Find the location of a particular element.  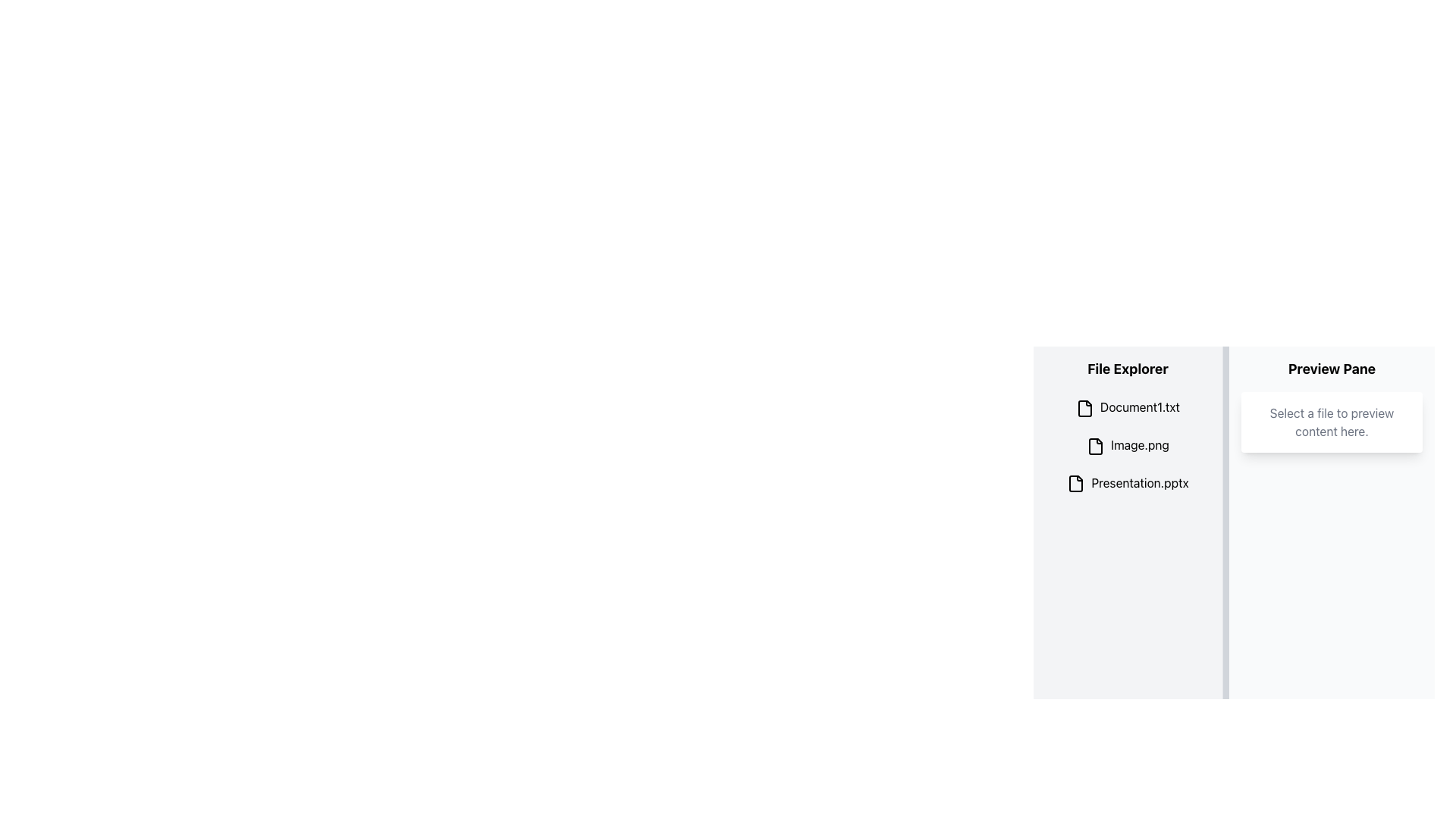

the text entry displaying 'Image.png' with the file icon is located at coordinates (1128, 444).